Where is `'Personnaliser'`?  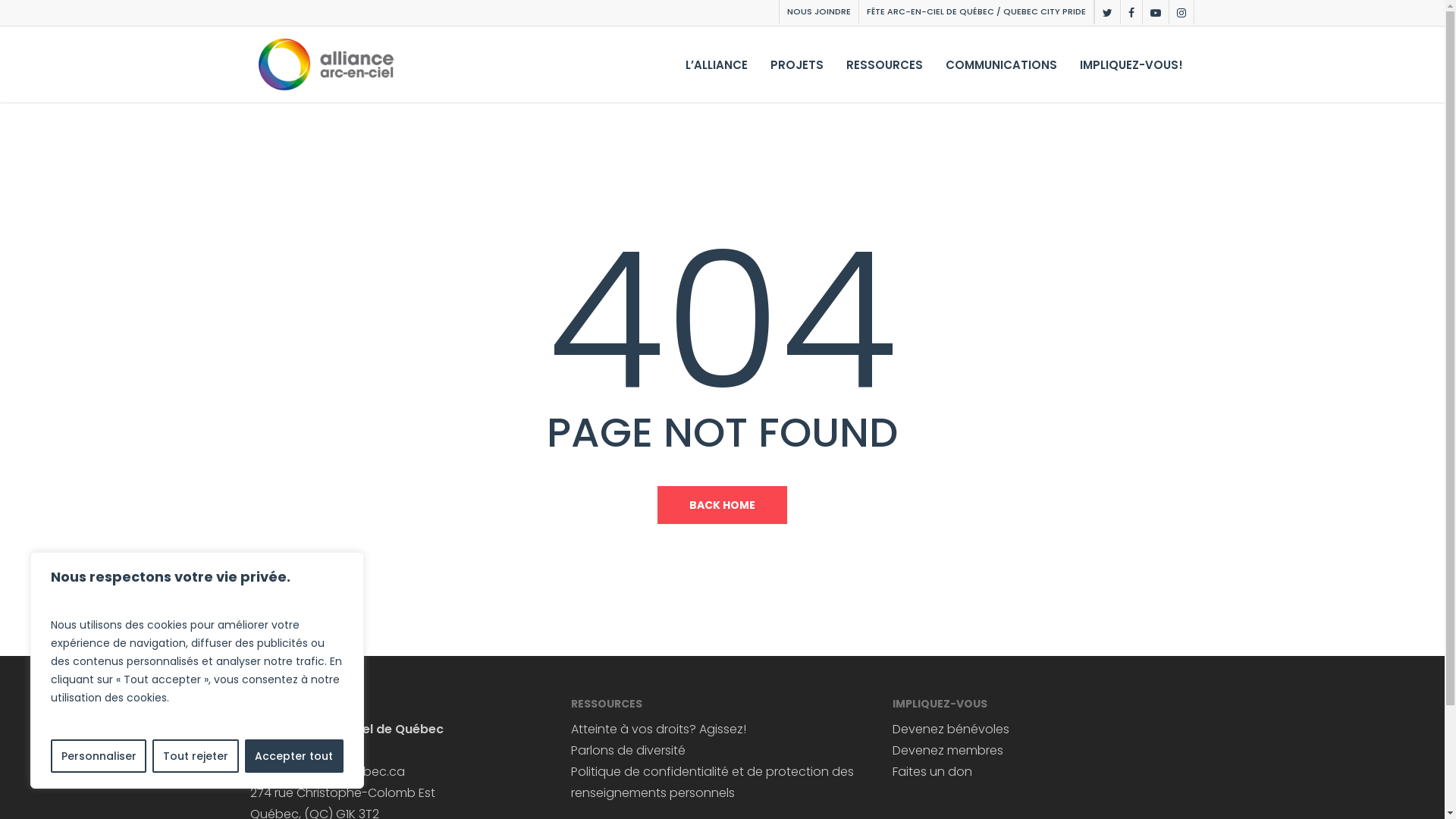 'Personnaliser' is located at coordinates (97, 755).